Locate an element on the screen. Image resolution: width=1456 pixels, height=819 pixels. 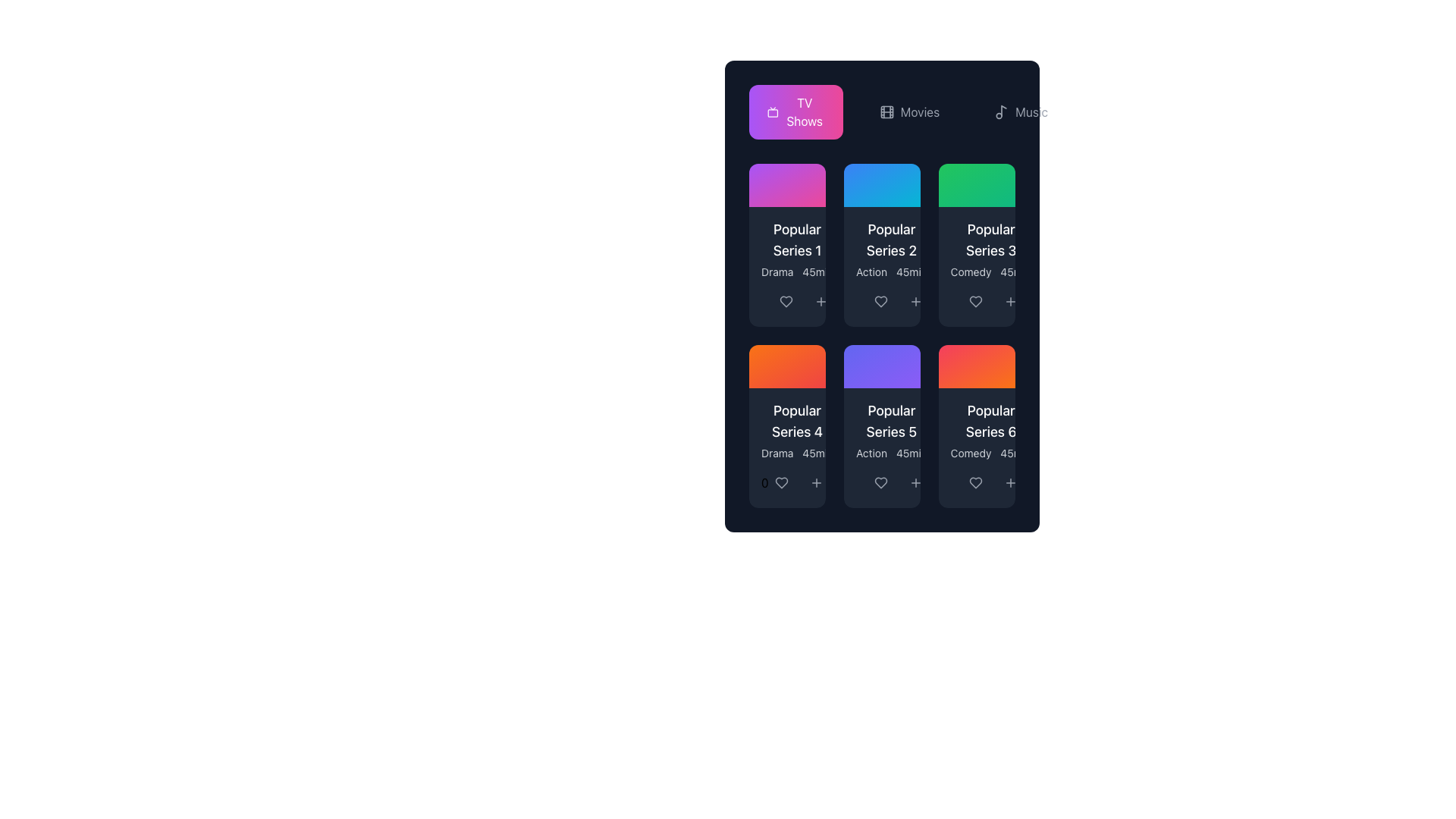
the text label displaying '45min', which is the second text label in the metadata panel of the 'Popular Series 4' card, positioned towards the bottom of the card is located at coordinates (817, 452).